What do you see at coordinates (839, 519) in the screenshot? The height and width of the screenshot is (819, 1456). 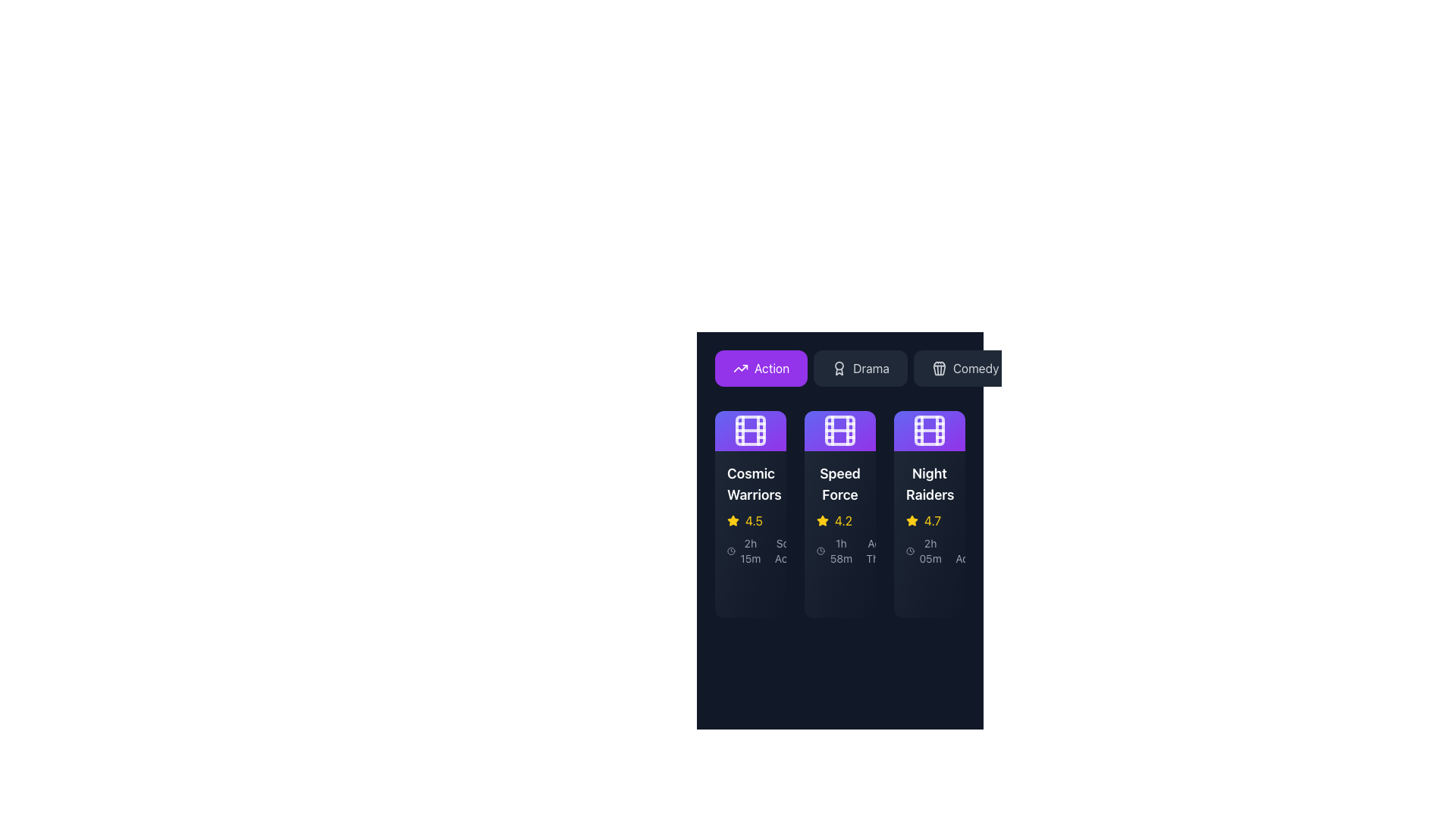 I see `rating content of the star icon and text element indicating a rating of '4.2' located in the second movie card from the left` at bounding box center [839, 519].